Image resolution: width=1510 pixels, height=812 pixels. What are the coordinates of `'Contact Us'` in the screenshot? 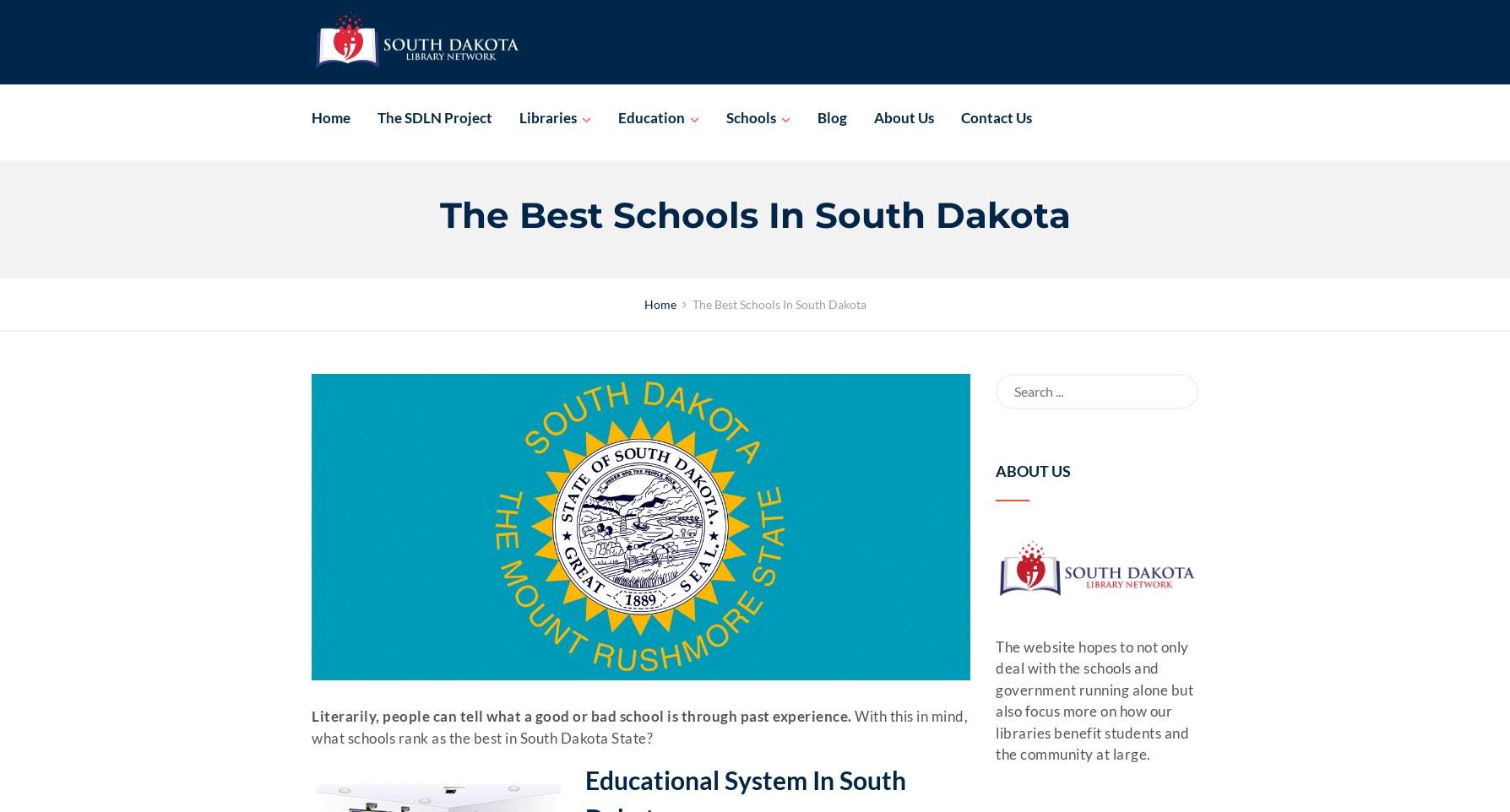 It's located at (996, 116).